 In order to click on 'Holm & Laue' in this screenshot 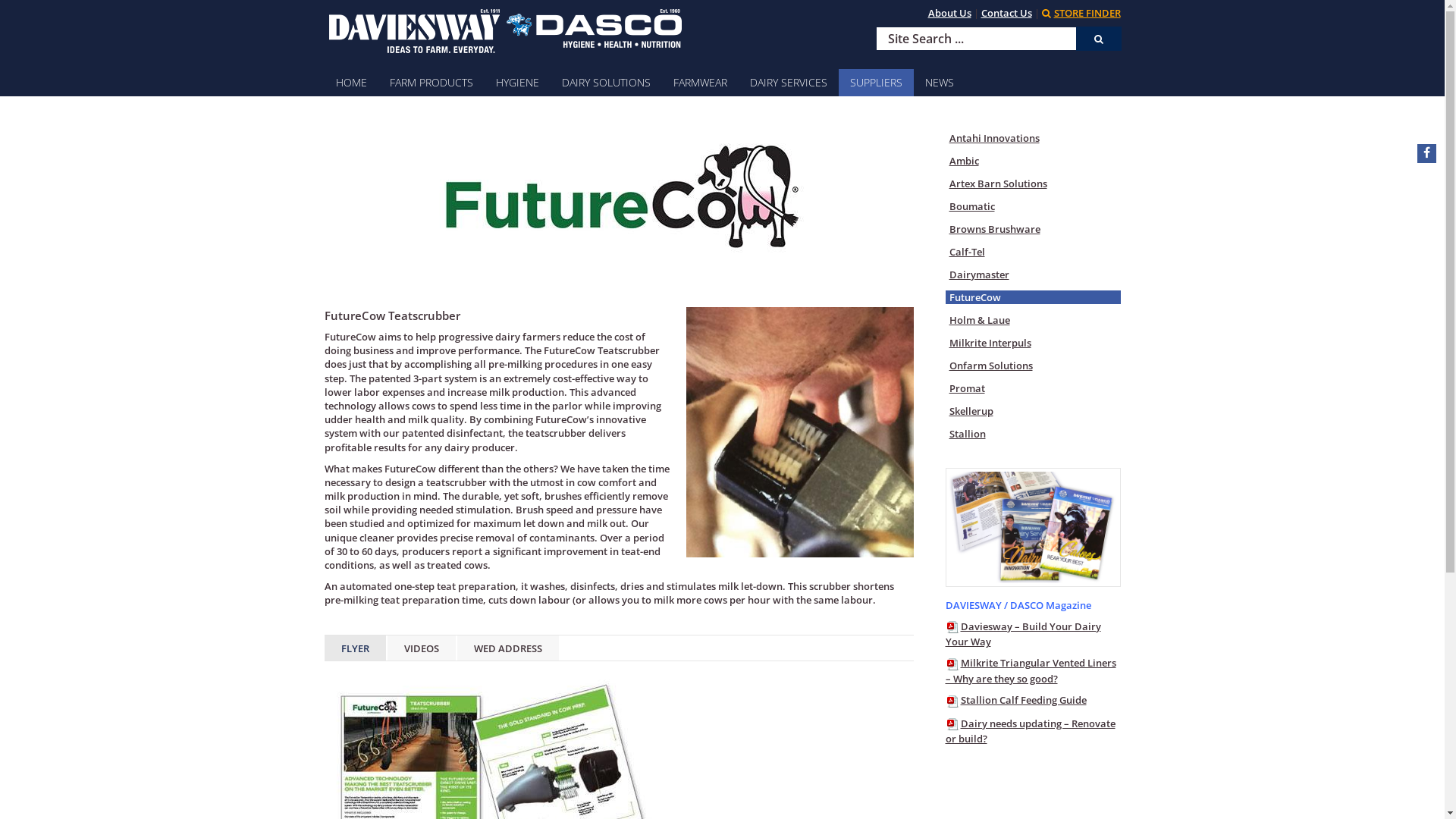, I will do `click(1031, 318)`.